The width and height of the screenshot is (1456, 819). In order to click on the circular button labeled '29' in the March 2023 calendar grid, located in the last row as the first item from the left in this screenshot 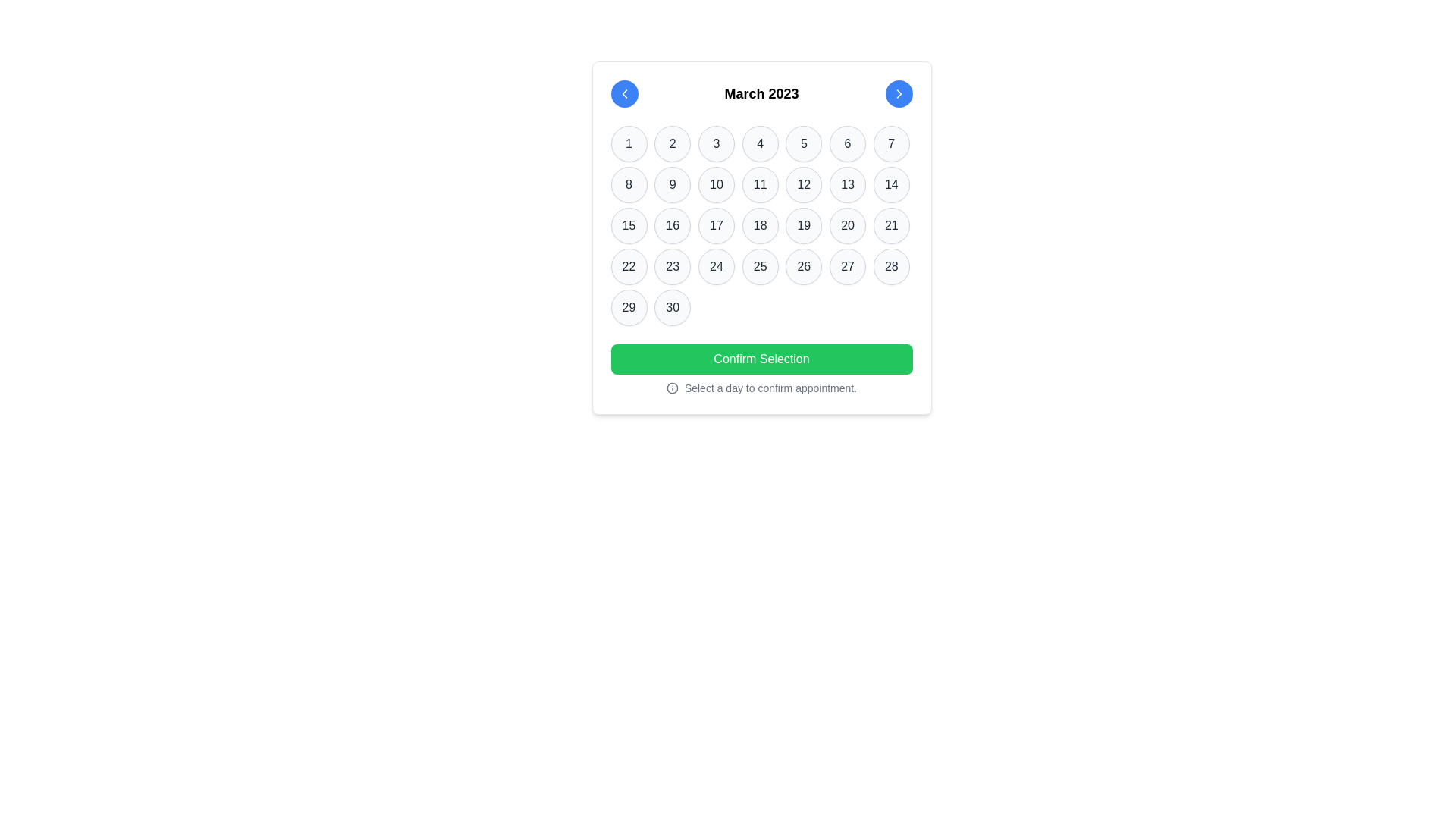, I will do `click(629, 307)`.